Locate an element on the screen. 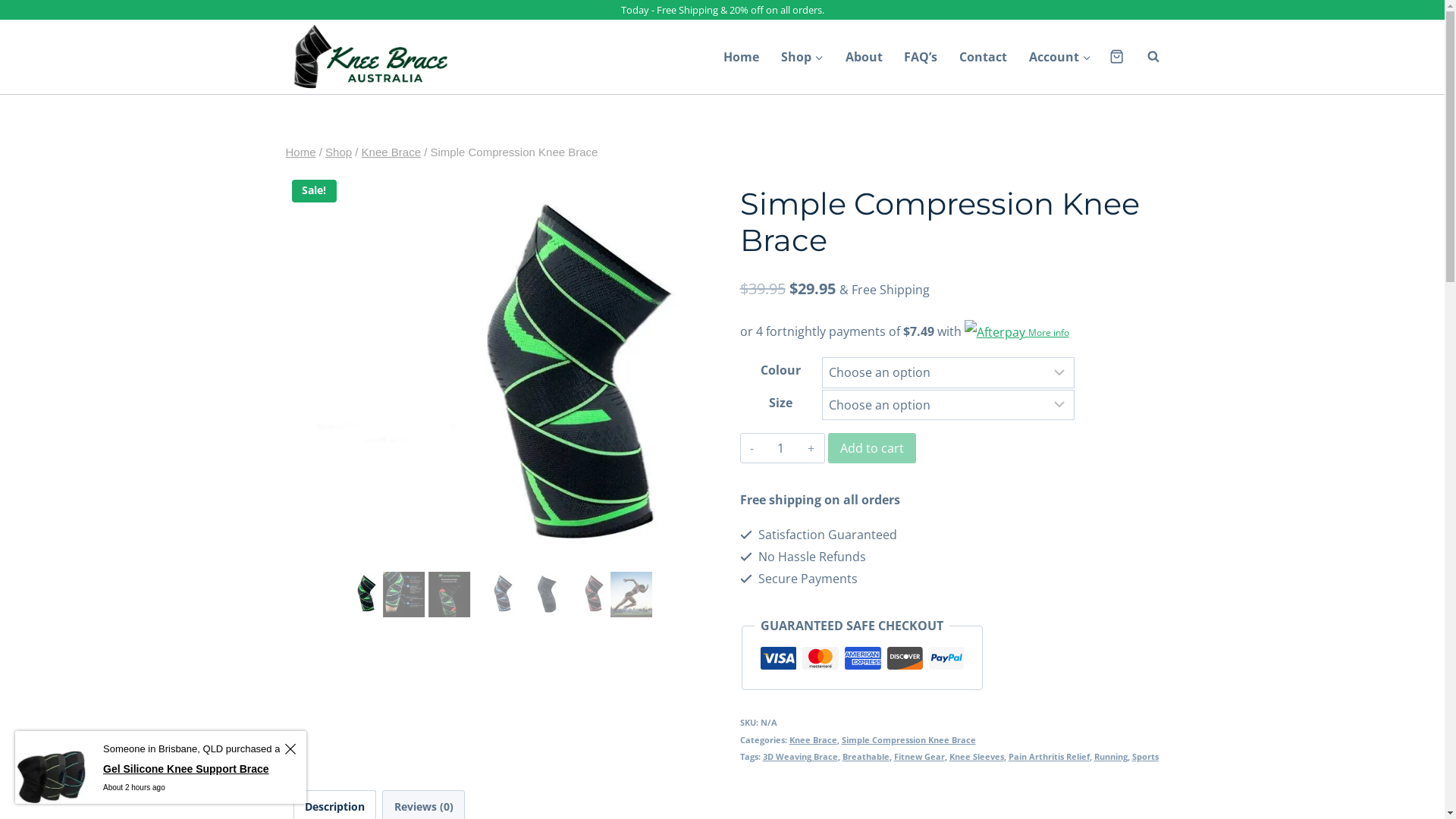  'More info' is located at coordinates (1016, 330).